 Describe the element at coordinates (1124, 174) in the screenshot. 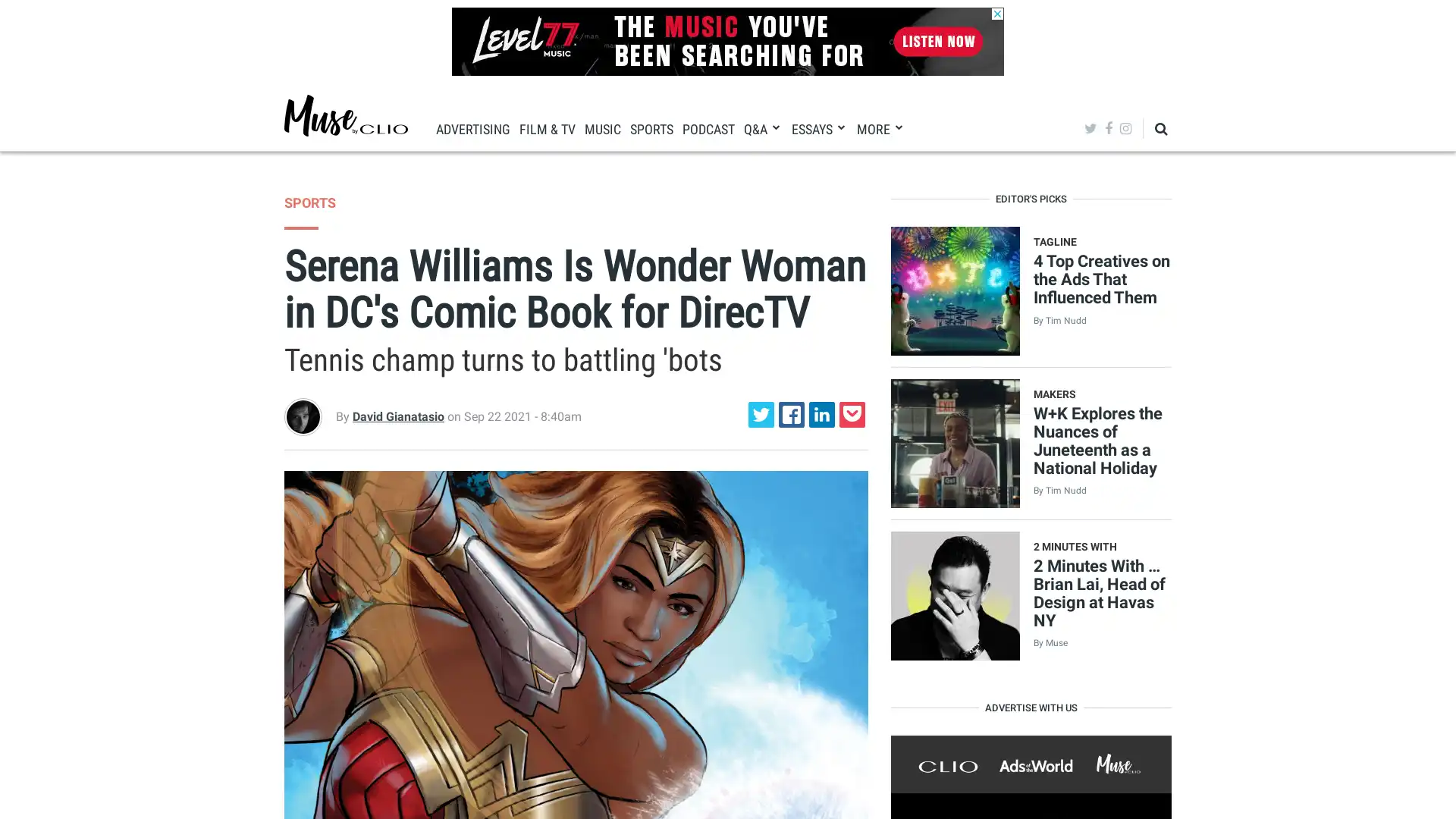

I see `Go` at that location.